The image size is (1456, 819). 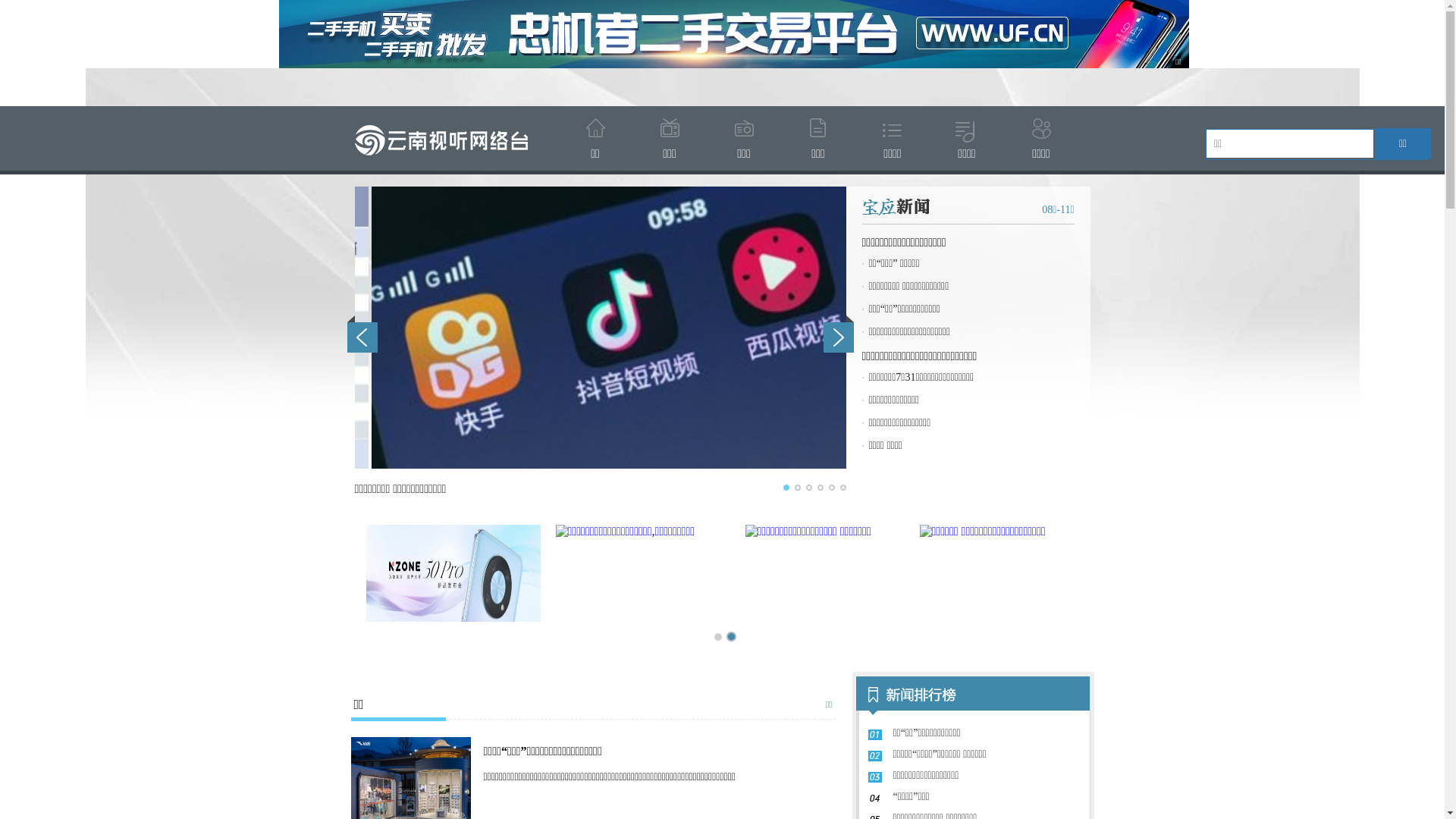 What do you see at coordinates (843, 488) in the screenshot?
I see `'6'` at bounding box center [843, 488].